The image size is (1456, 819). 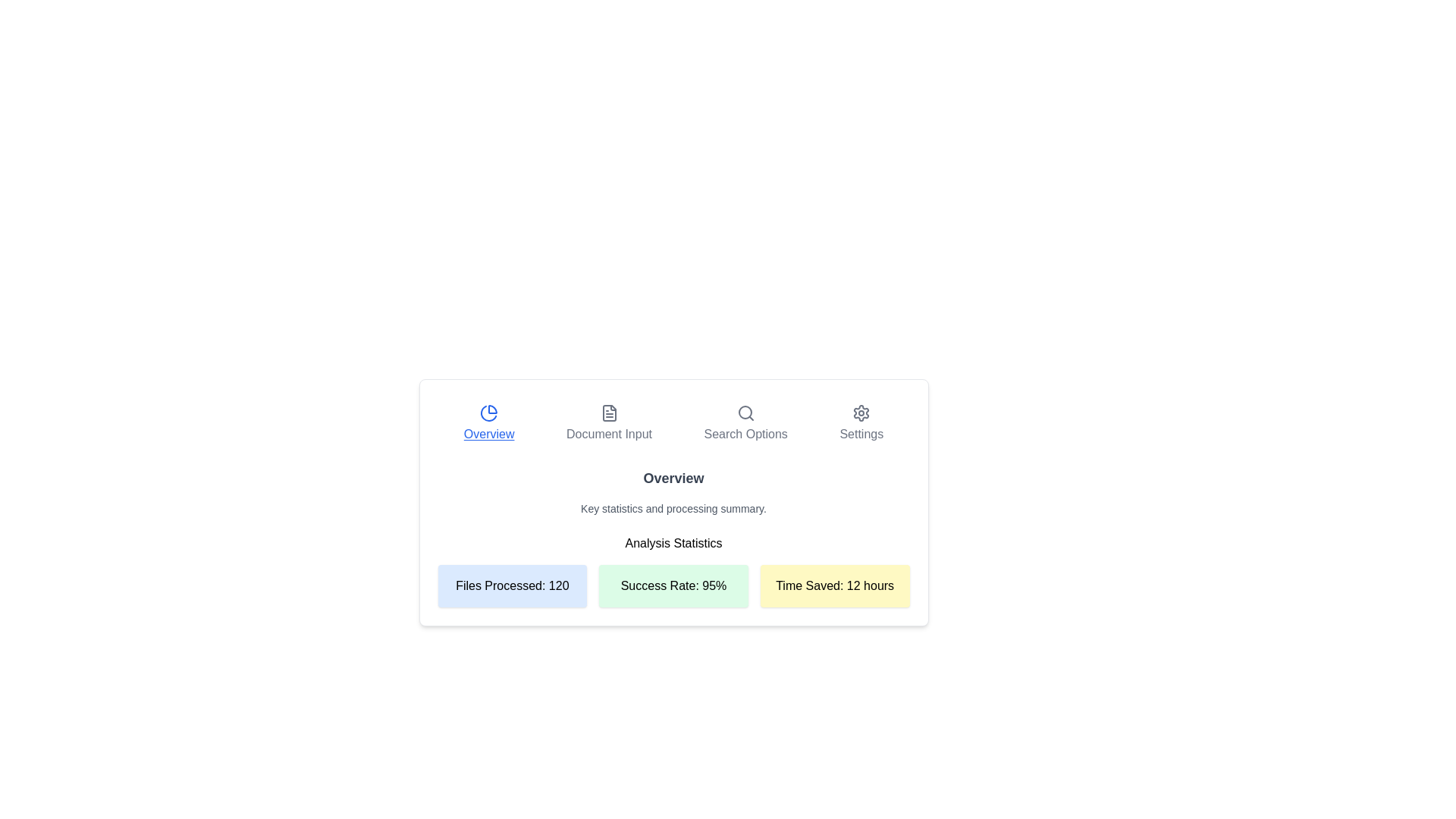 I want to click on the 'Search Options' button, which features a magnifying glass icon above the text, so click(x=745, y=424).